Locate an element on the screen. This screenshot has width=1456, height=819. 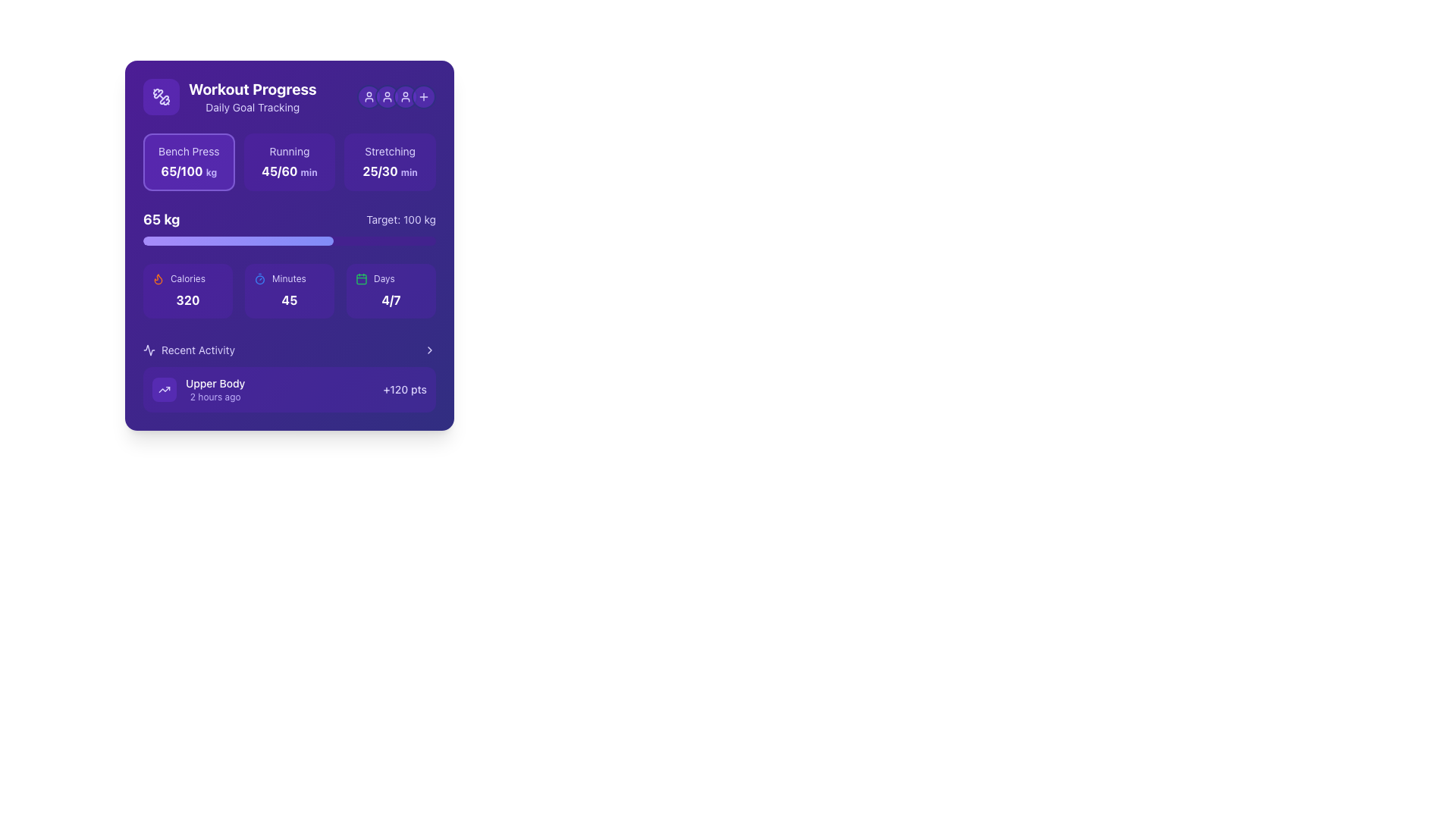
the decorative graphic shaped like twisted paths, filled with a violet hue, located in the upper left portion of the 'Workout Progress' card is located at coordinates (158, 93).